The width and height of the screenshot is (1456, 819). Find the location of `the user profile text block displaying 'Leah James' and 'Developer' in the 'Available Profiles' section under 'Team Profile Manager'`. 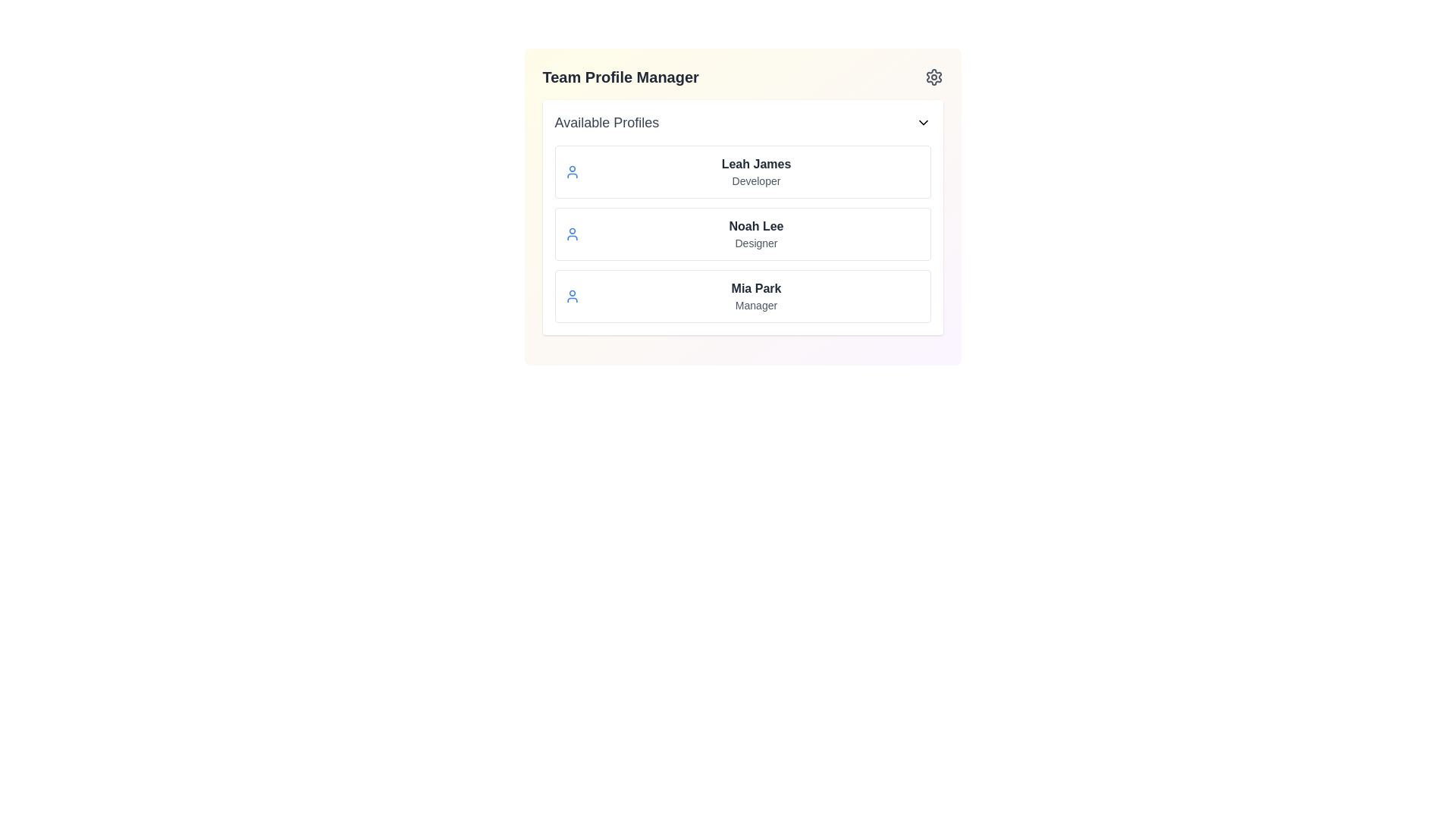

the user profile text block displaying 'Leah James' and 'Developer' in the 'Available Profiles' section under 'Team Profile Manager' is located at coordinates (756, 171).